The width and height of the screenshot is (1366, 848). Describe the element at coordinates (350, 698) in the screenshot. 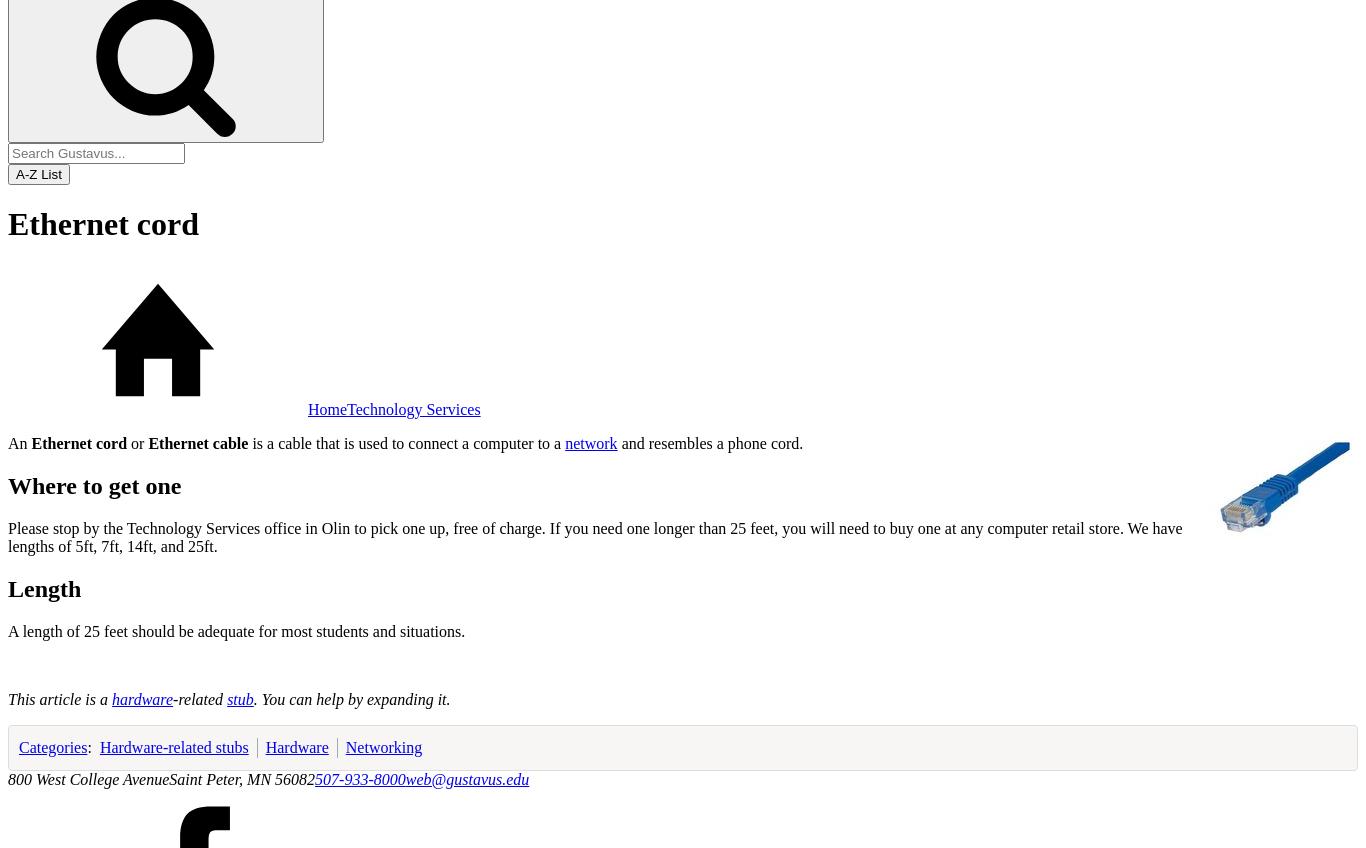

I see `'. You can help by expanding it.'` at that location.